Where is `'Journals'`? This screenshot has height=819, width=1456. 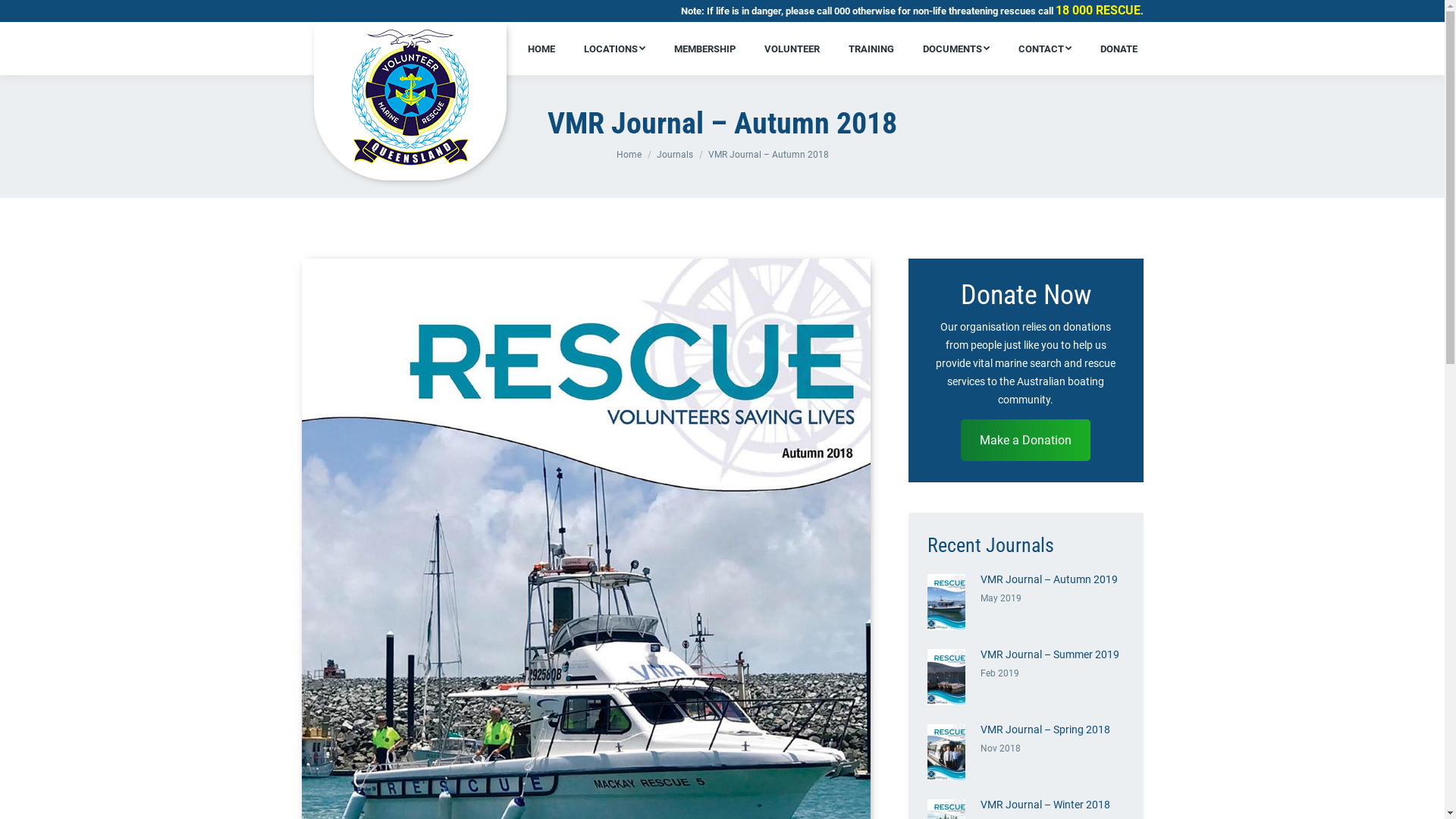
'Journals' is located at coordinates (673, 155).